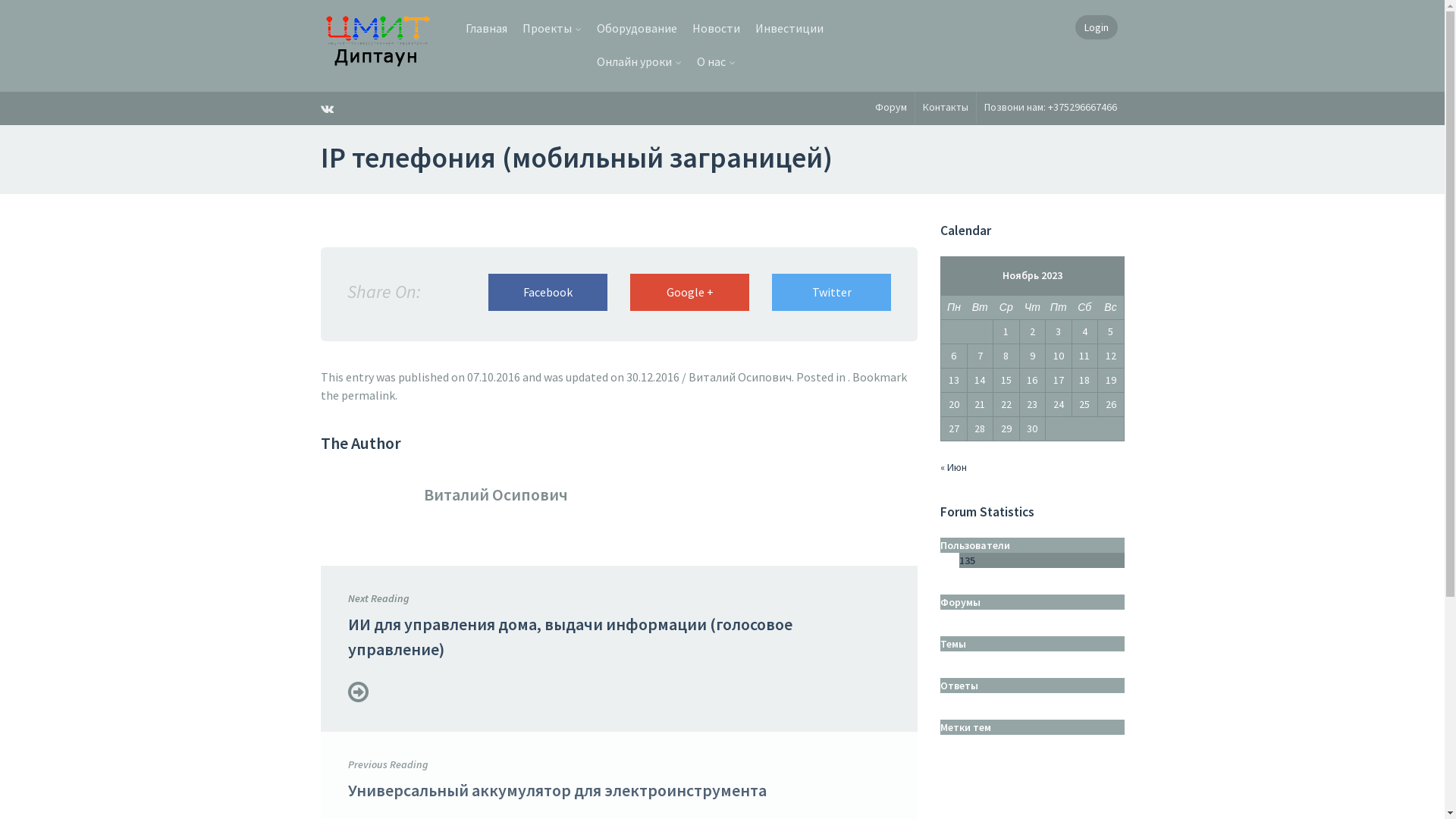  Describe the element at coordinates (1096, 27) in the screenshot. I see `'Login'` at that location.